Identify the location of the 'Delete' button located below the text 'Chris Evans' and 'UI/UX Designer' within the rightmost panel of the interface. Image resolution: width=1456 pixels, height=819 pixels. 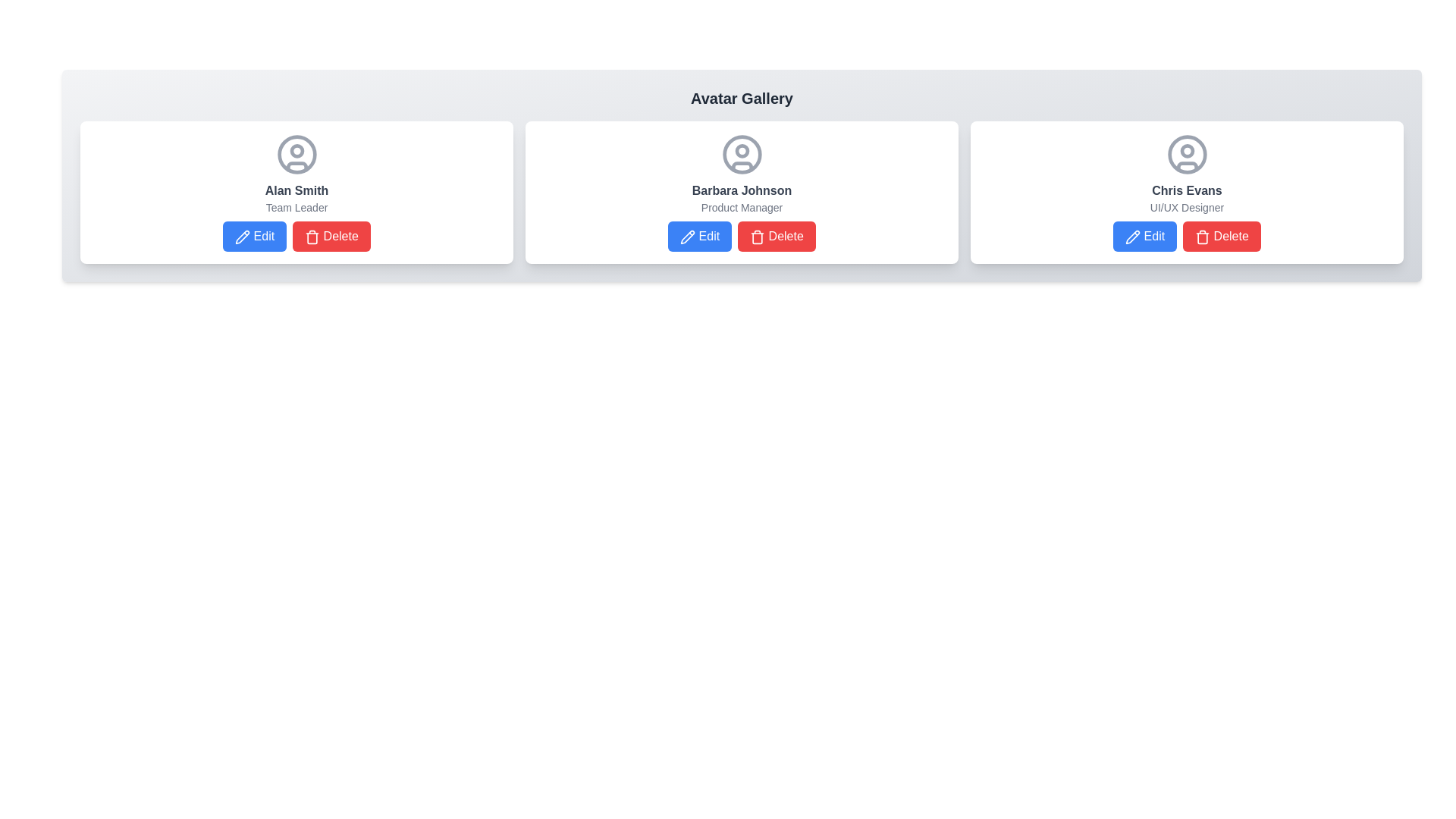
(1186, 237).